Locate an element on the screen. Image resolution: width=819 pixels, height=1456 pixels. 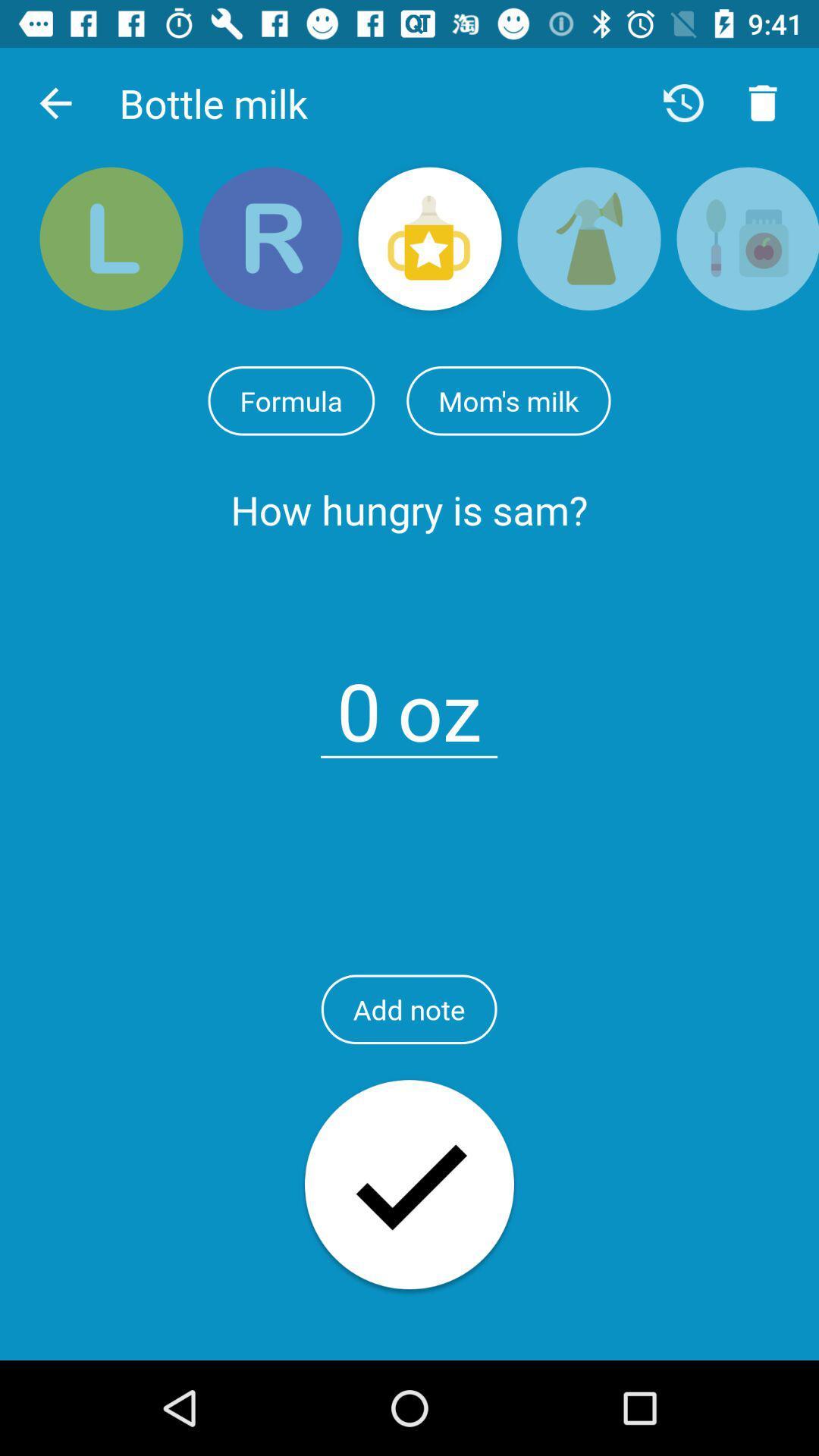
ounces of formula is located at coordinates (359, 701).